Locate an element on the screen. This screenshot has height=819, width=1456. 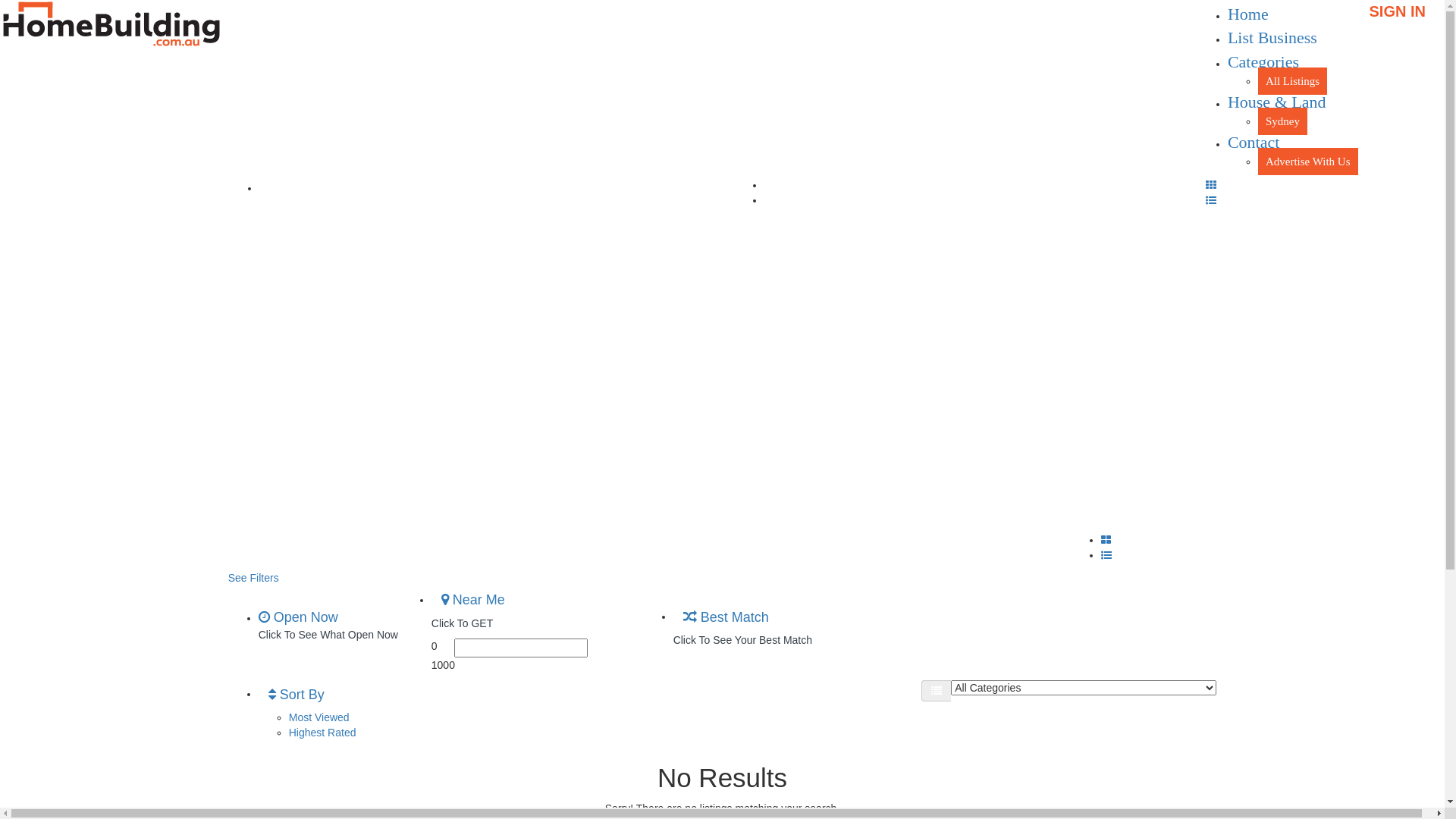
'Highest Rated' is located at coordinates (322, 731).